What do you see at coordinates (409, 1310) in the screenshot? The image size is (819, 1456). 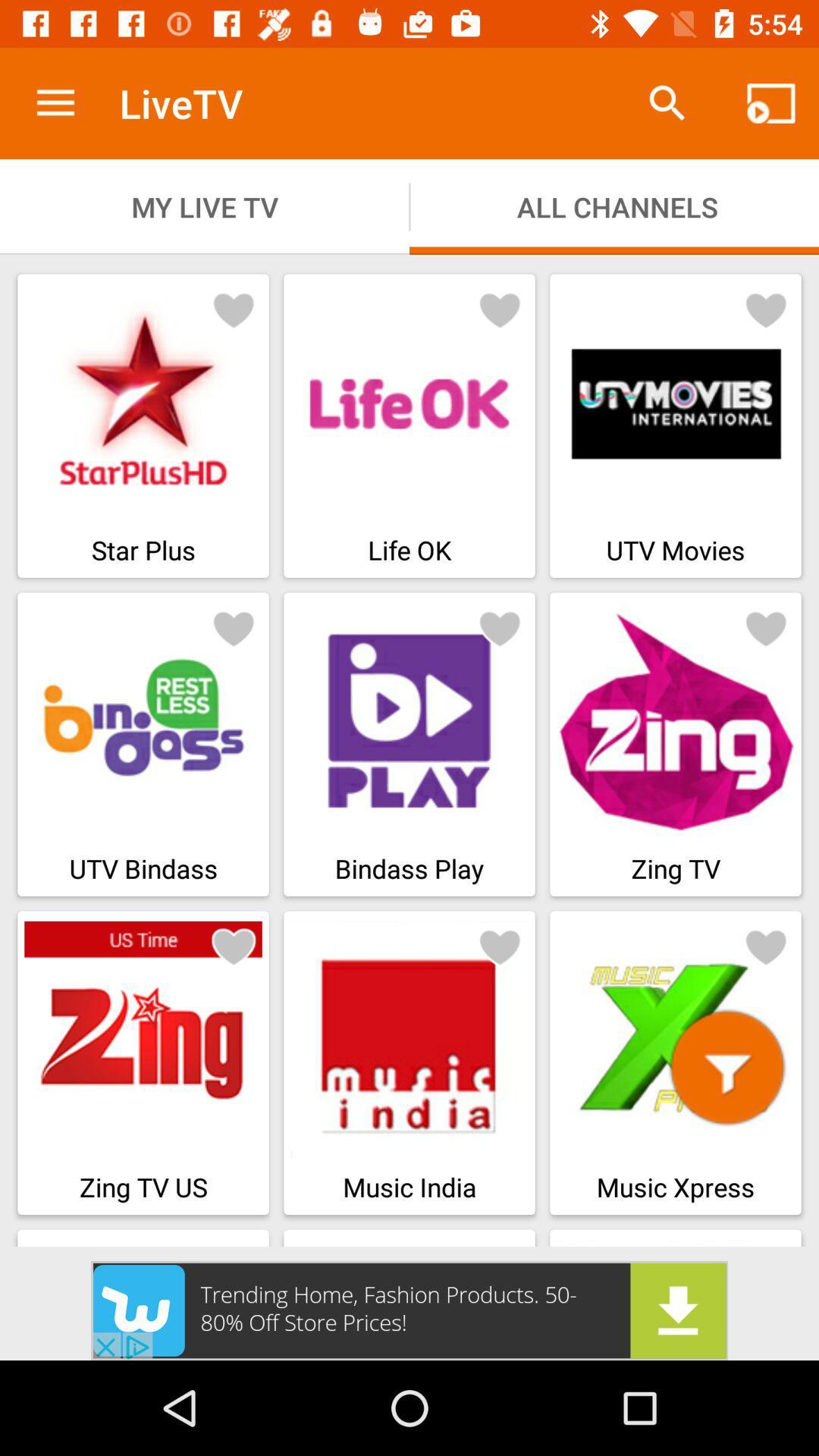 I see `advertisement` at bounding box center [409, 1310].